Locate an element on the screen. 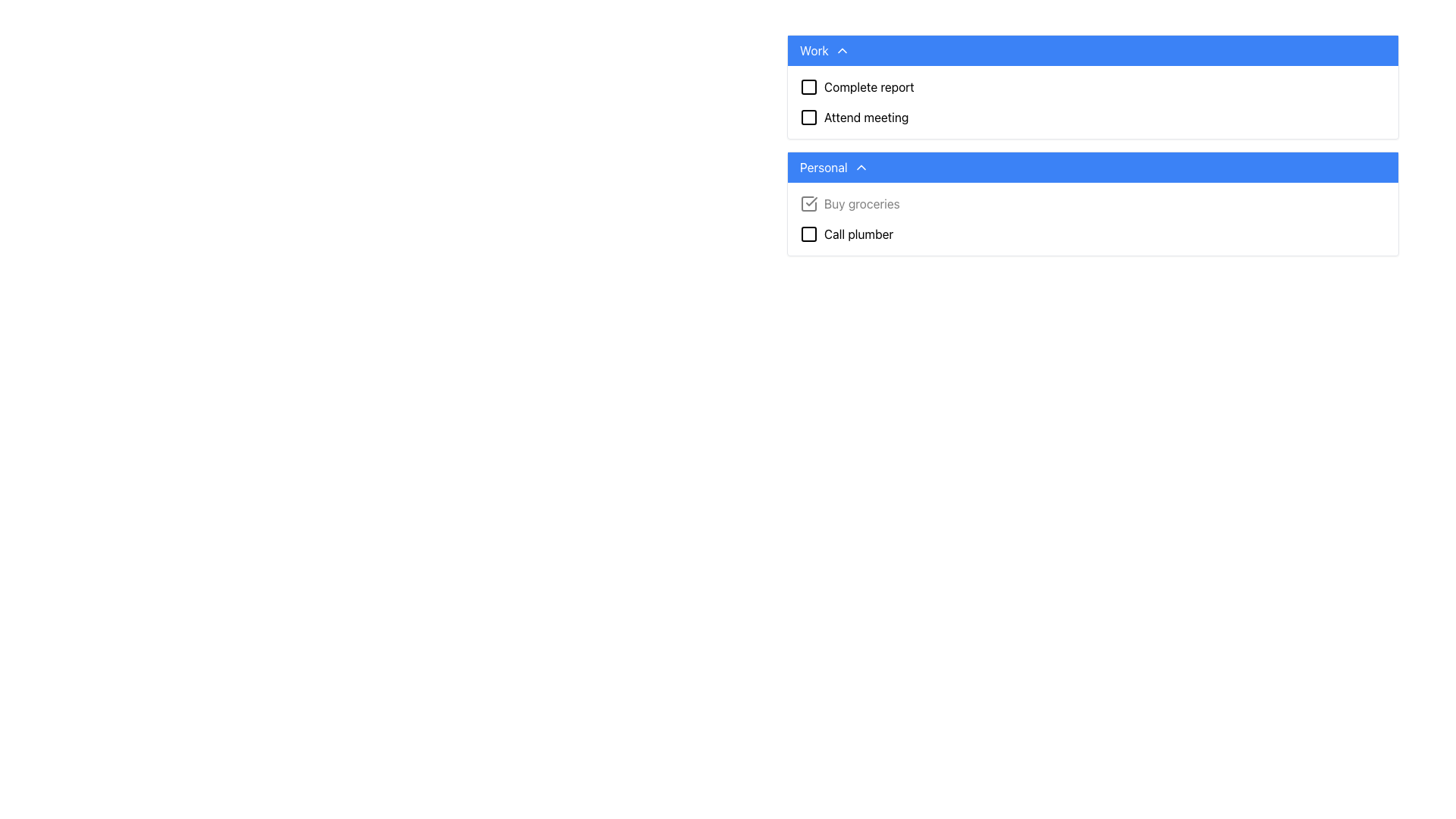  the text label that says 'Attend meeting', which is the second item in the vertical list under the 'Work' section, styled with a standard sans-serif font in black color and aligned horizontally next to a checkbox is located at coordinates (866, 116).